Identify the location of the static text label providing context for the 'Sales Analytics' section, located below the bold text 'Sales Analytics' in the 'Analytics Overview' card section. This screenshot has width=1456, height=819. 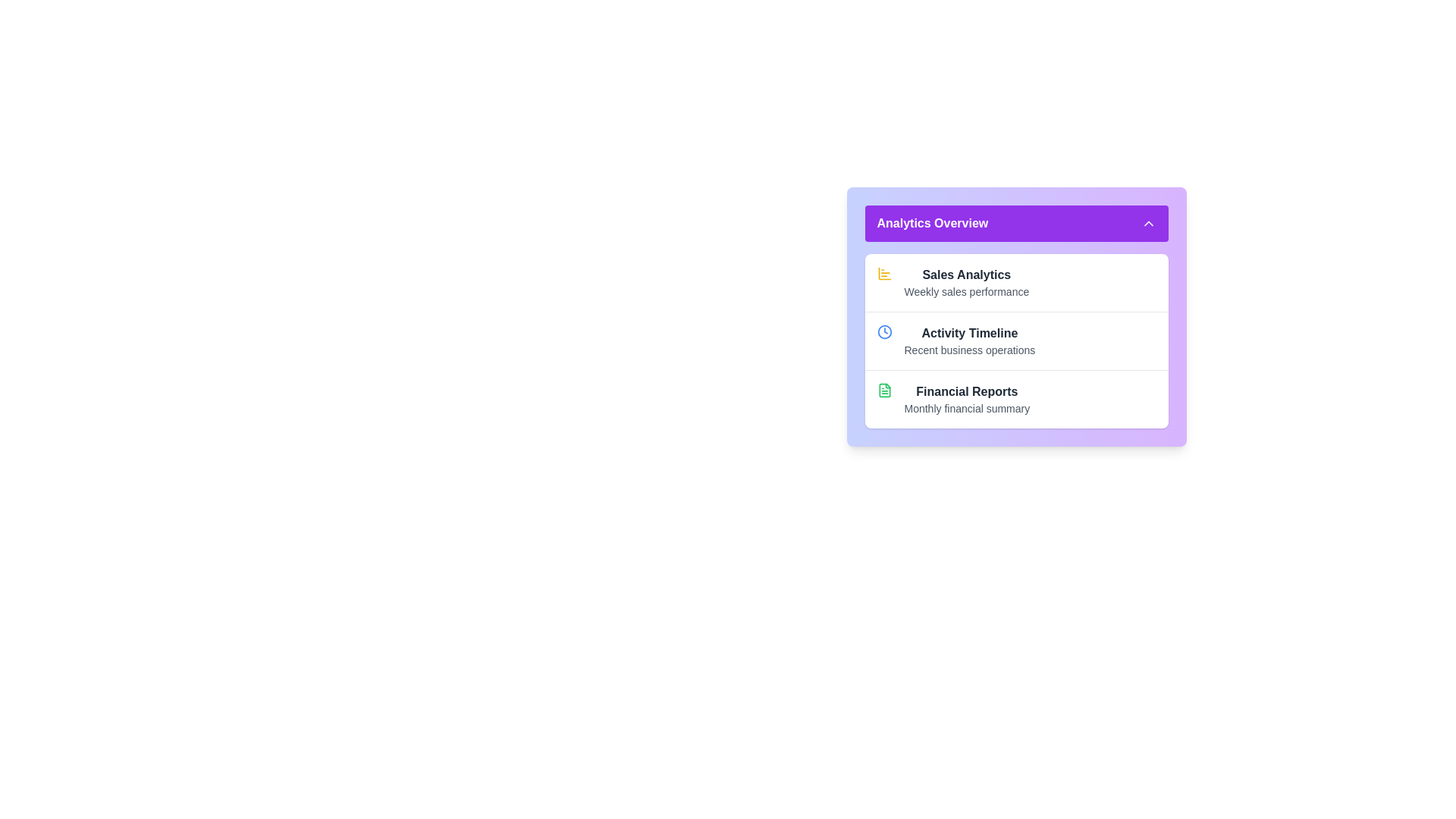
(965, 292).